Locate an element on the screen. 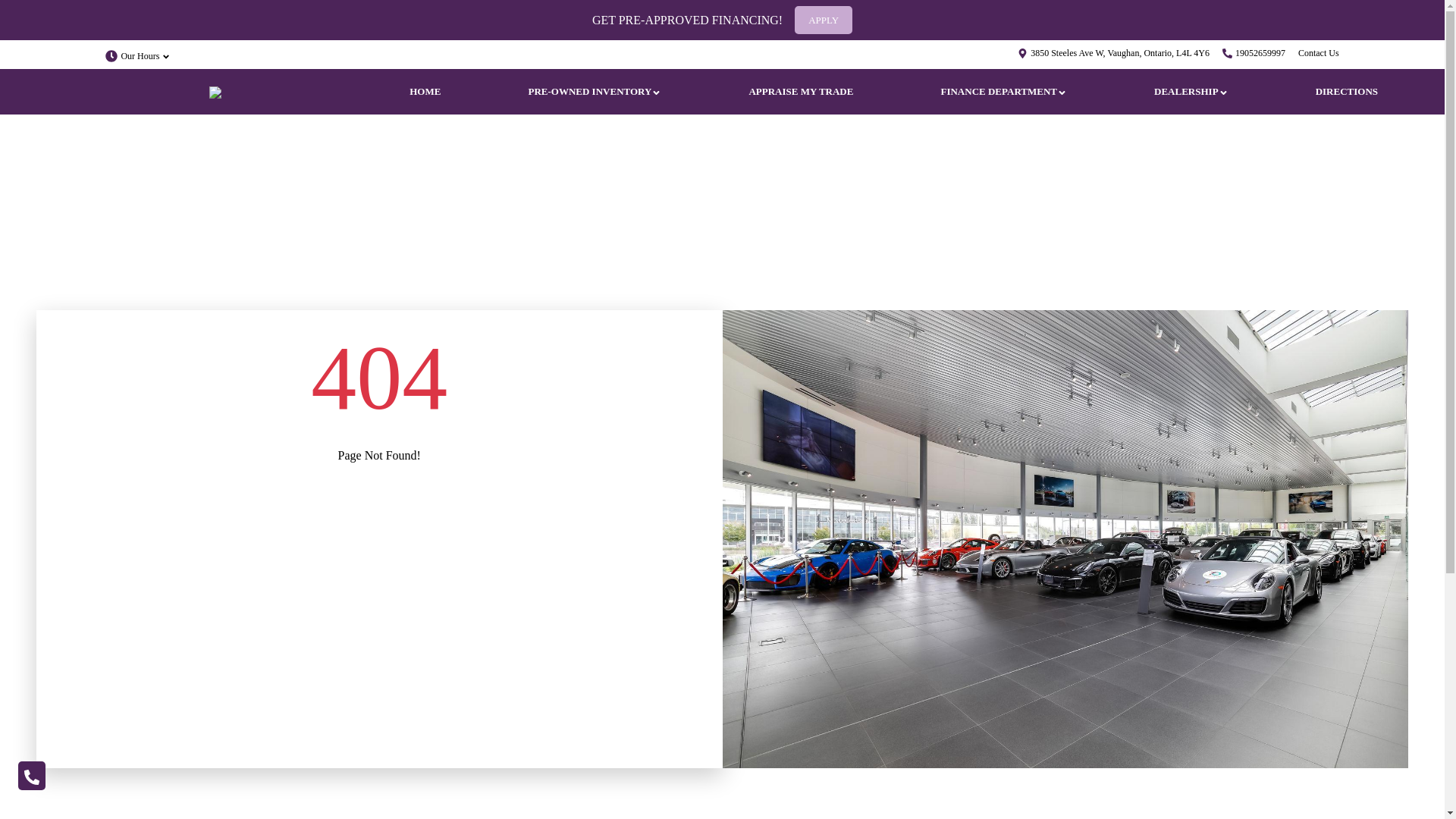 This screenshot has height=819, width=1456. 'APPLY' is located at coordinates (822, 20).